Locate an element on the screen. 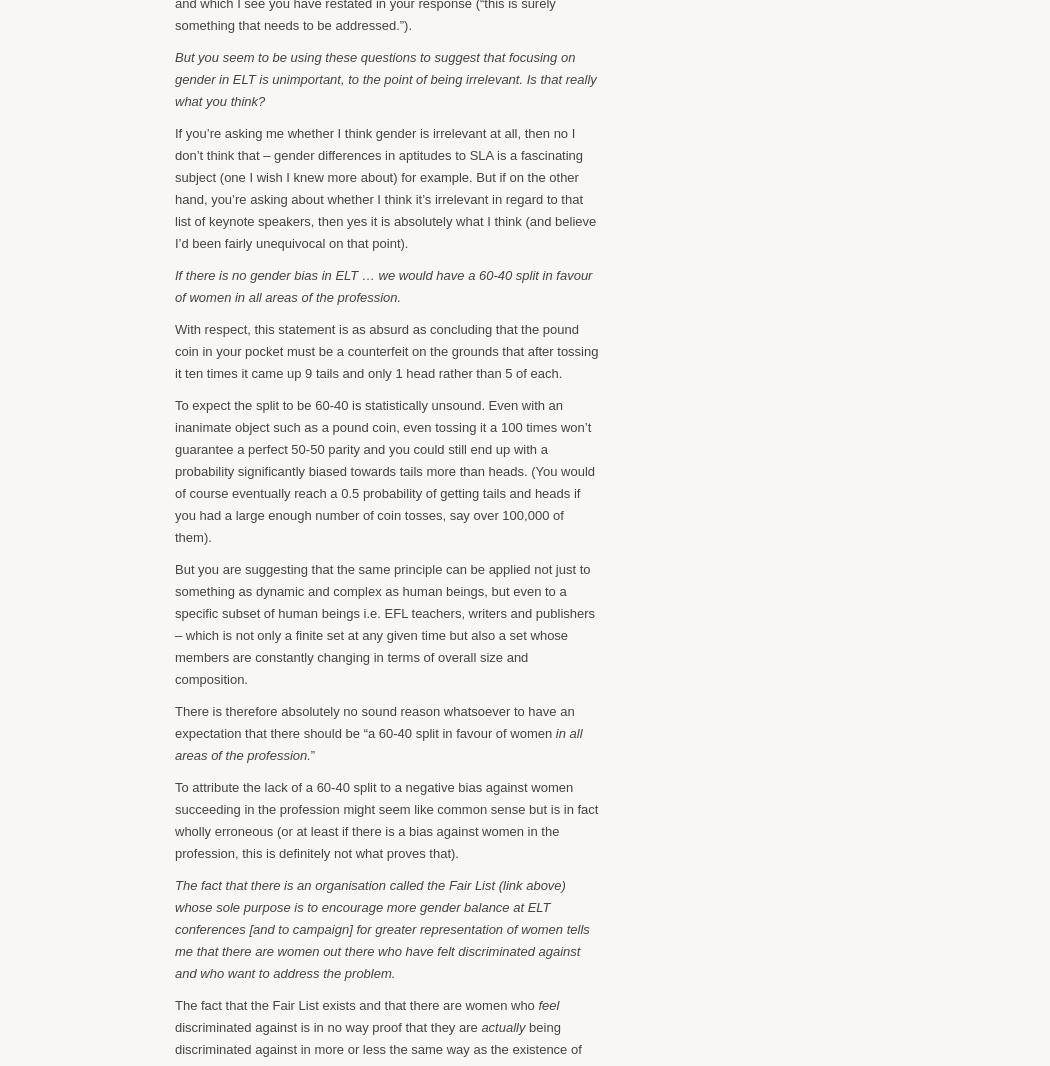 The width and height of the screenshot is (1050, 1066). 'To expect the split to be 60-40 is statistically unsound. Even with an inanimate object such as a pound coin, even tossing it a 100 times won’t guarantee a perfect 50-50 parity and you could still end up with a probability significantly biased towards tails more than heads. (You would of course eventually reach a 0.5 probability of getting tails and heads if you had a large enough number of coin tosses, say over 100,000 of them).' is located at coordinates (385, 470).